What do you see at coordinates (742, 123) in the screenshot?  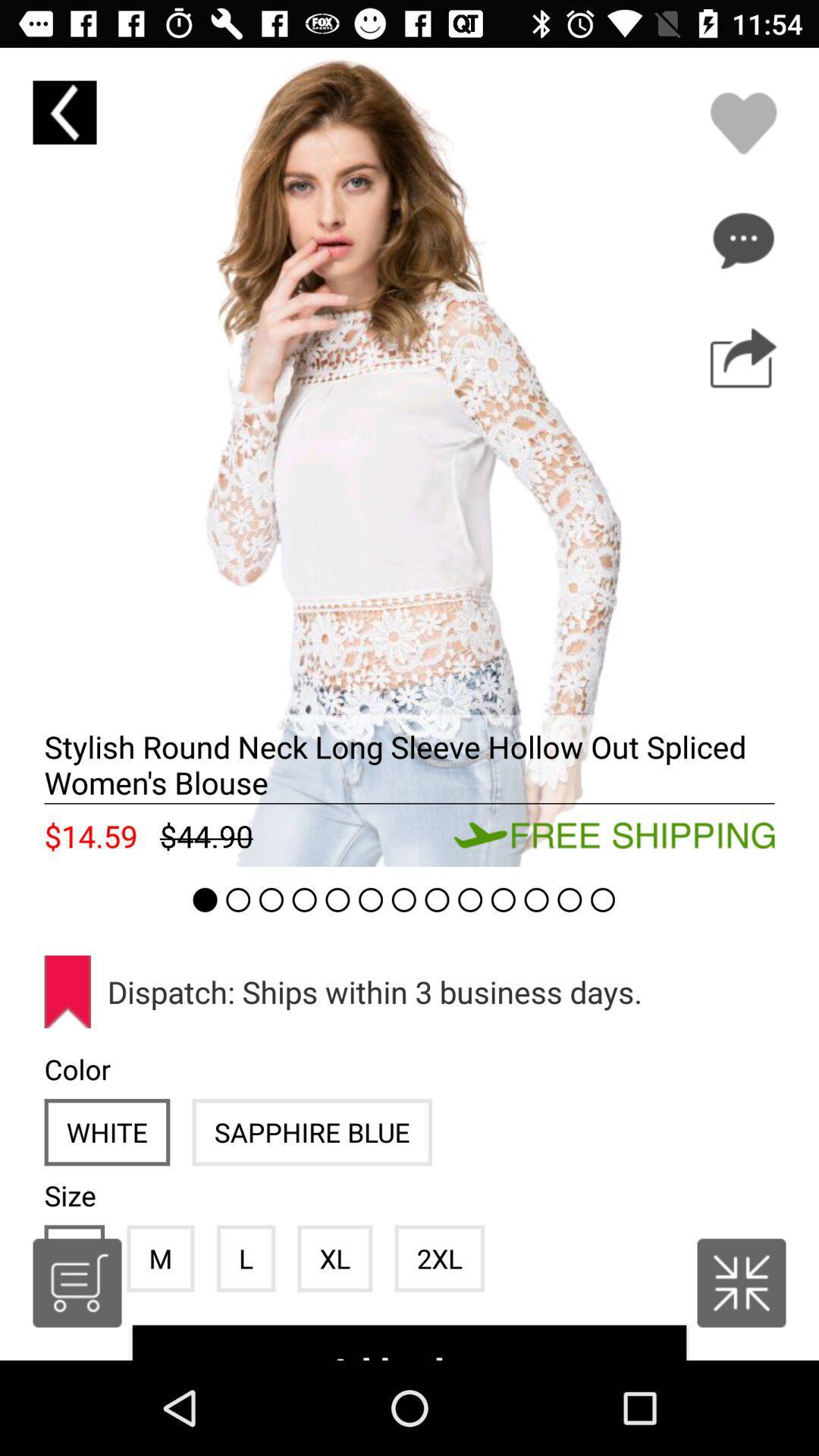 I see `the favorite icon` at bounding box center [742, 123].